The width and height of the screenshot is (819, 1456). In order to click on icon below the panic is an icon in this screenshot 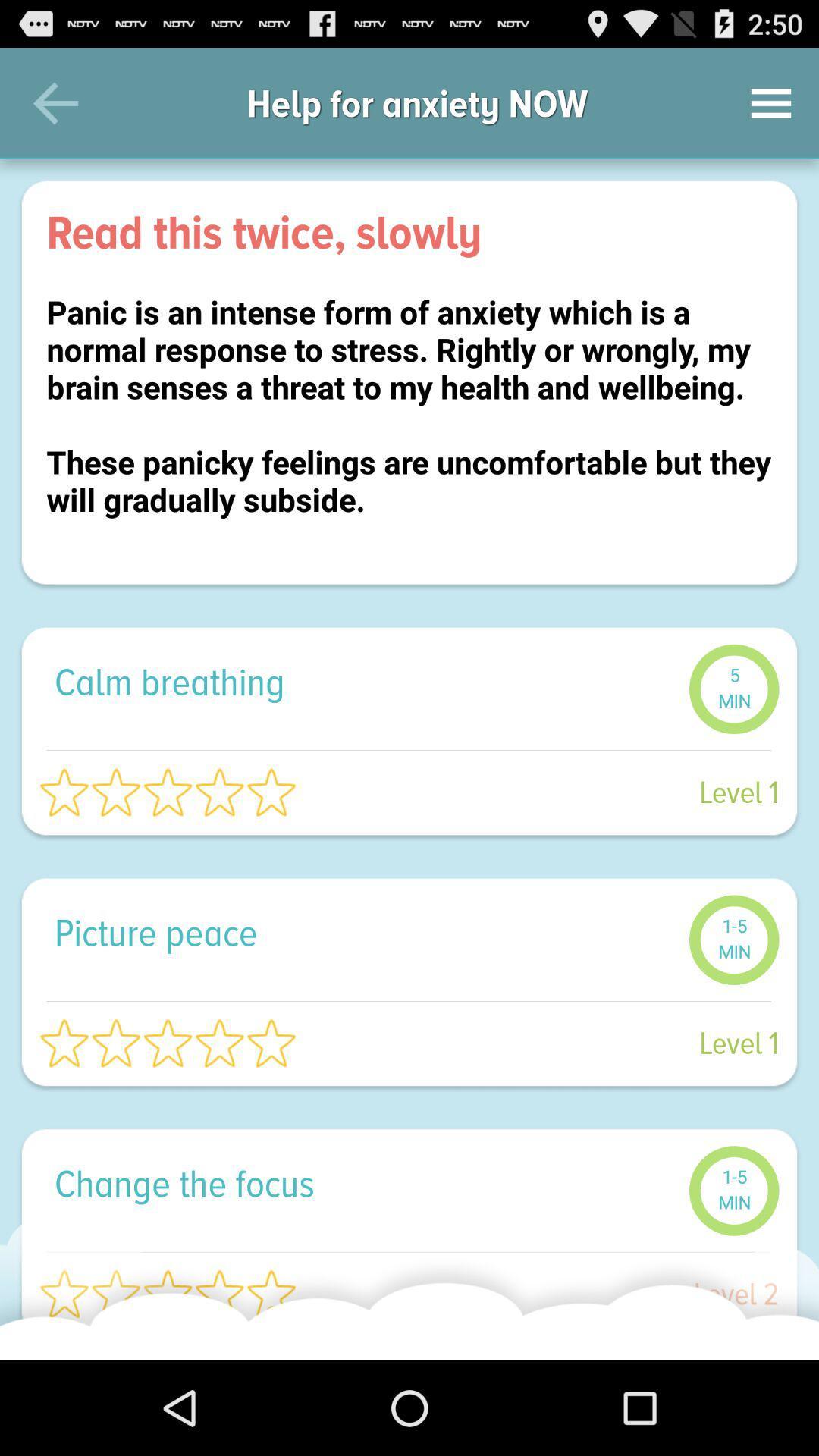, I will do `click(363, 681)`.